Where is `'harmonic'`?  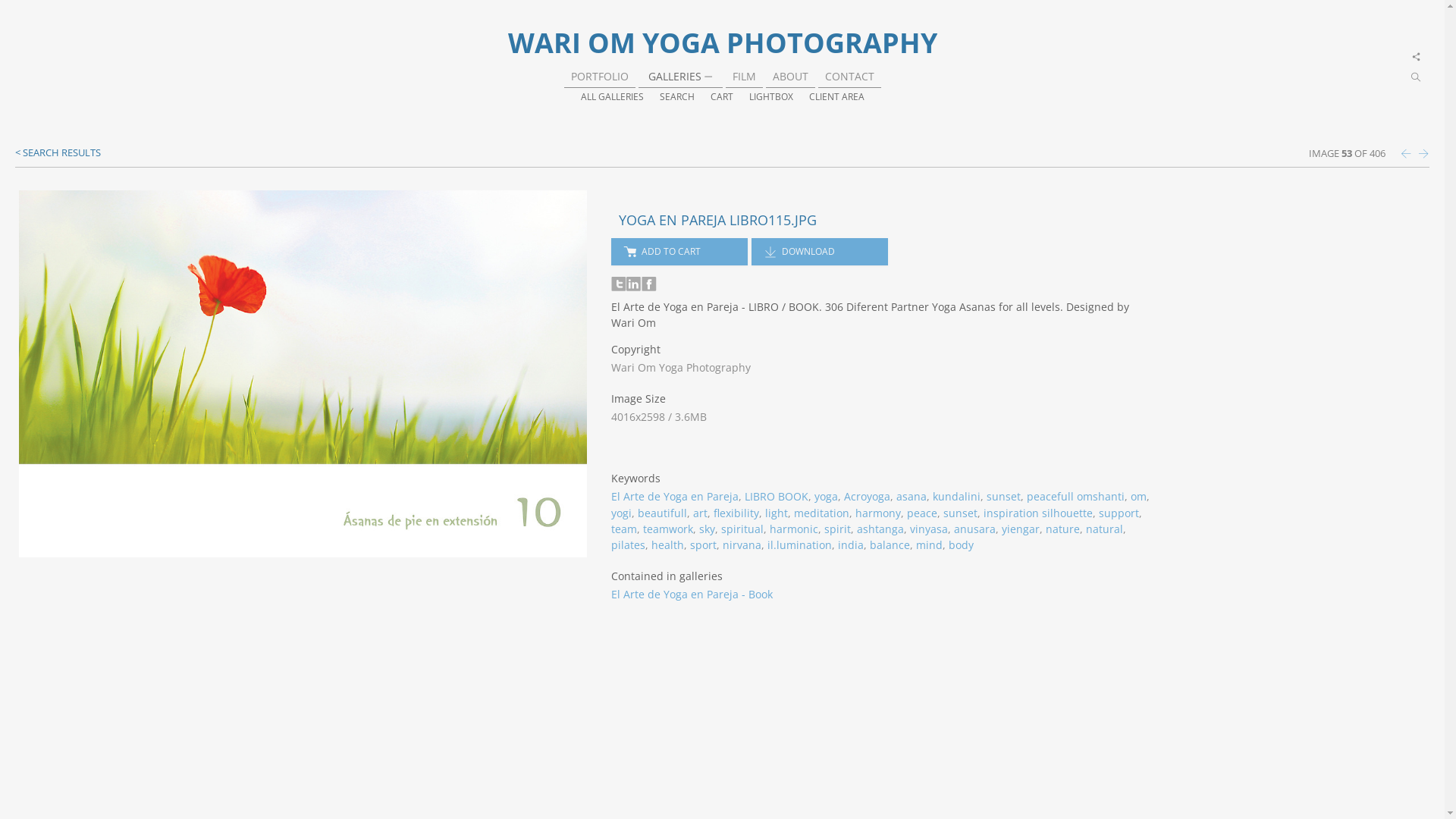 'harmonic' is located at coordinates (792, 528).